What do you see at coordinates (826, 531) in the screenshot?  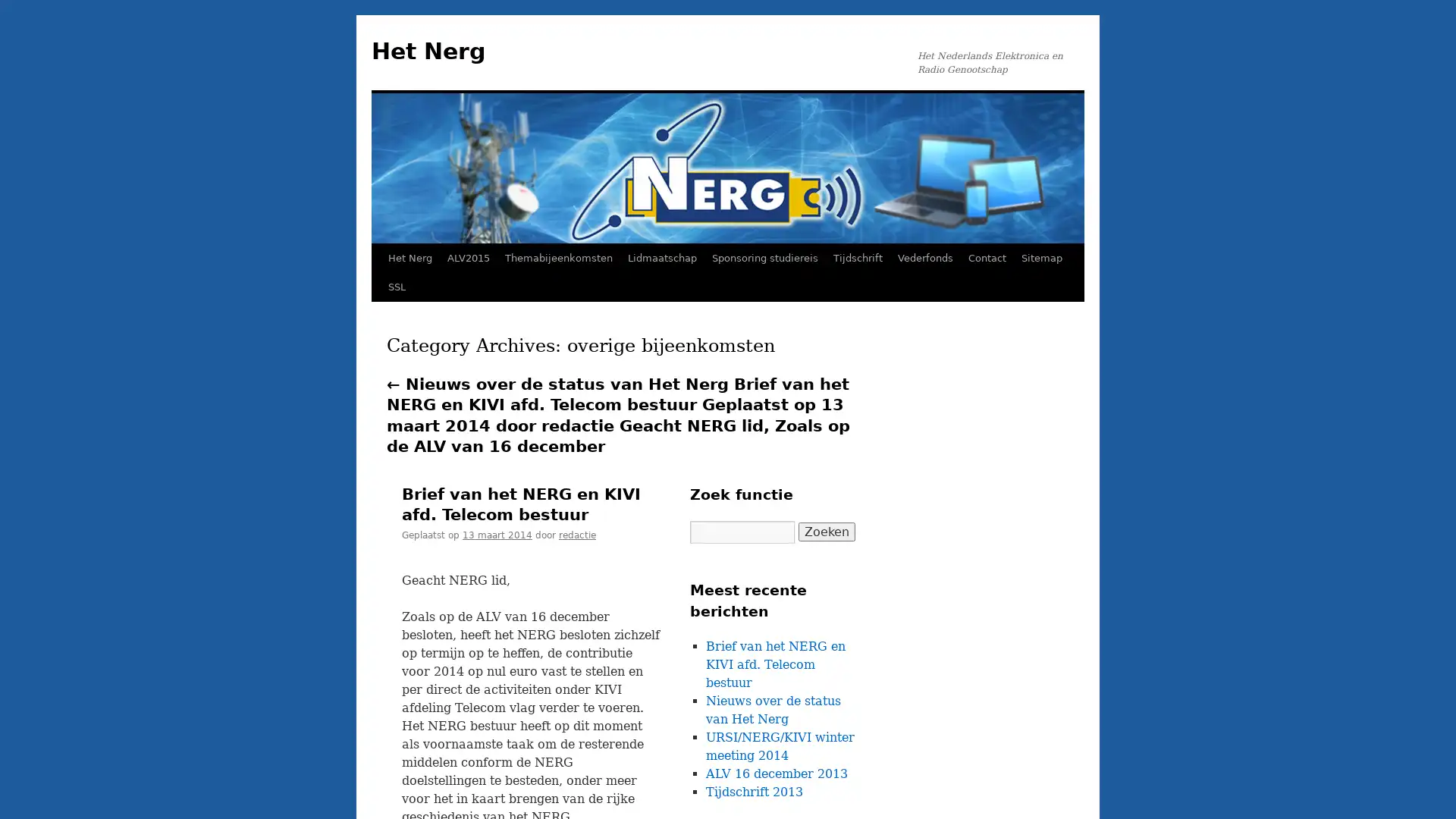 I see `Zoeken` at bounding box center [826, 531].